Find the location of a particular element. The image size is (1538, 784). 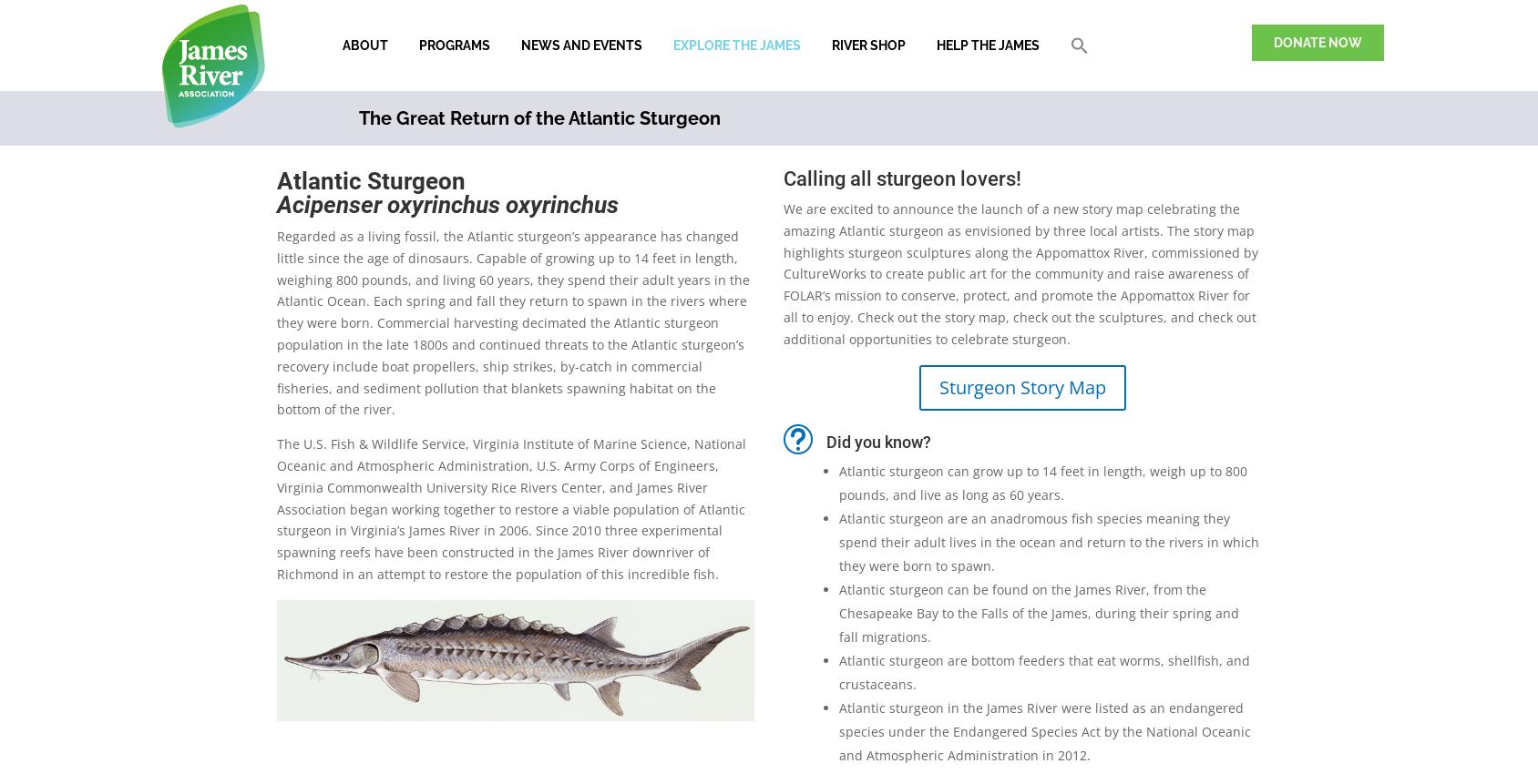

'Acipenser oxyrinchus oxyrinchus' is located at coordinates (446, 203).